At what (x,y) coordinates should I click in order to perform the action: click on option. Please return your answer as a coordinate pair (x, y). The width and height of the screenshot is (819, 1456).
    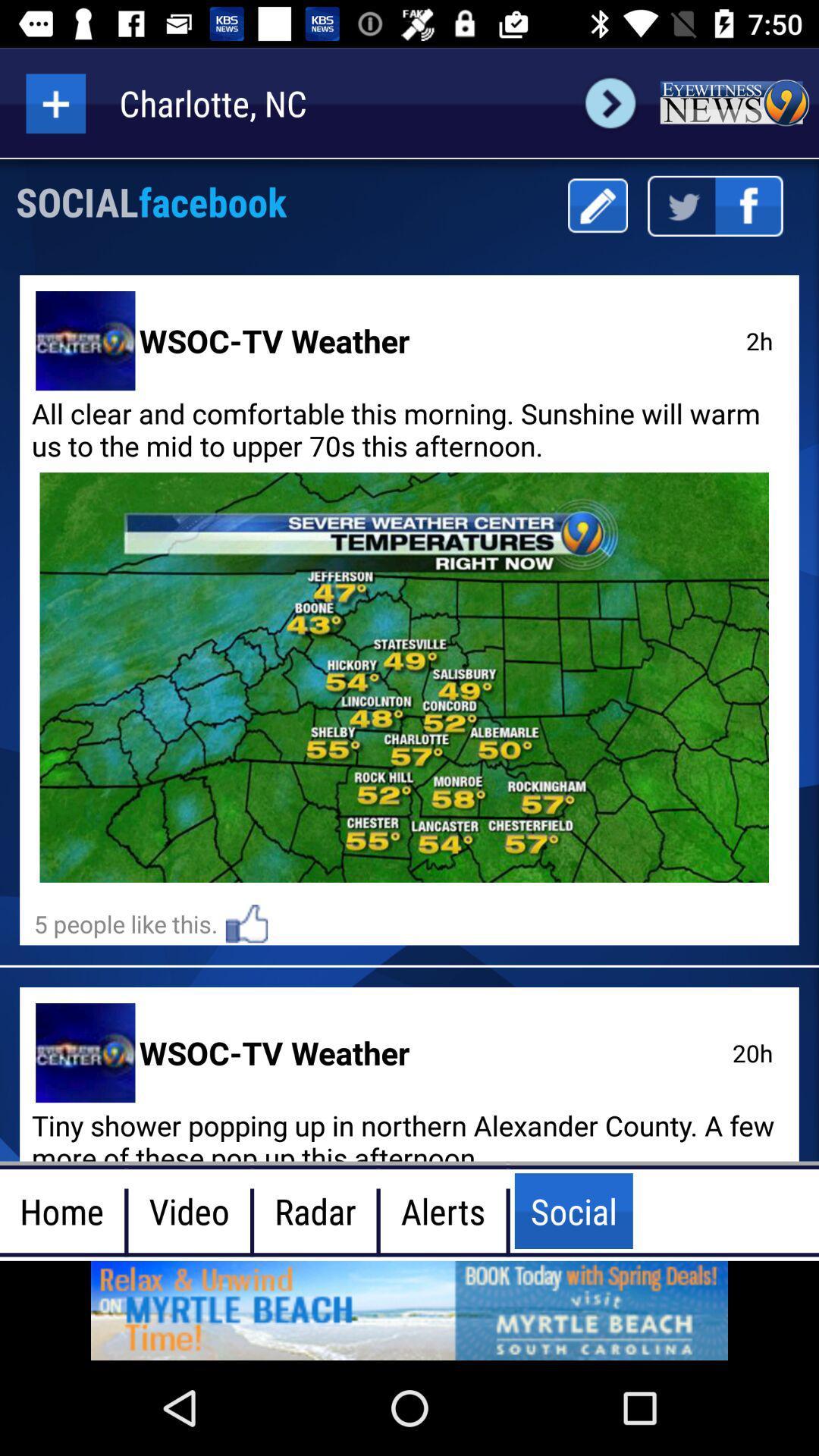
    Looking at the image, I should click on (55, 102).